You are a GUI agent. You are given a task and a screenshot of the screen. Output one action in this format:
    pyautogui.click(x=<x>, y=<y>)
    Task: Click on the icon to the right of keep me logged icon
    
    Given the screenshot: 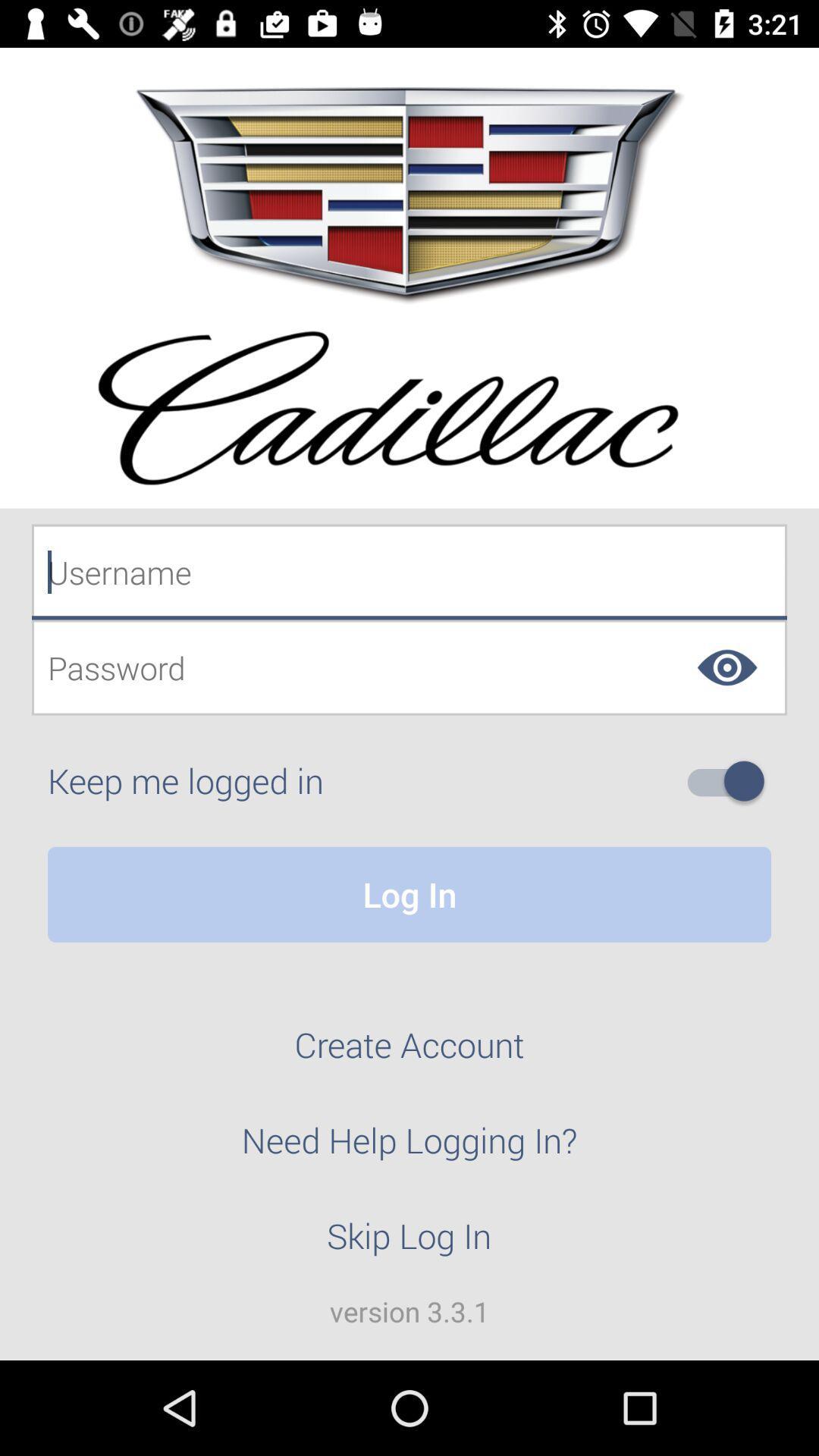 What is the action you would take?
    pyautogui.click(x=731, y=781)
    